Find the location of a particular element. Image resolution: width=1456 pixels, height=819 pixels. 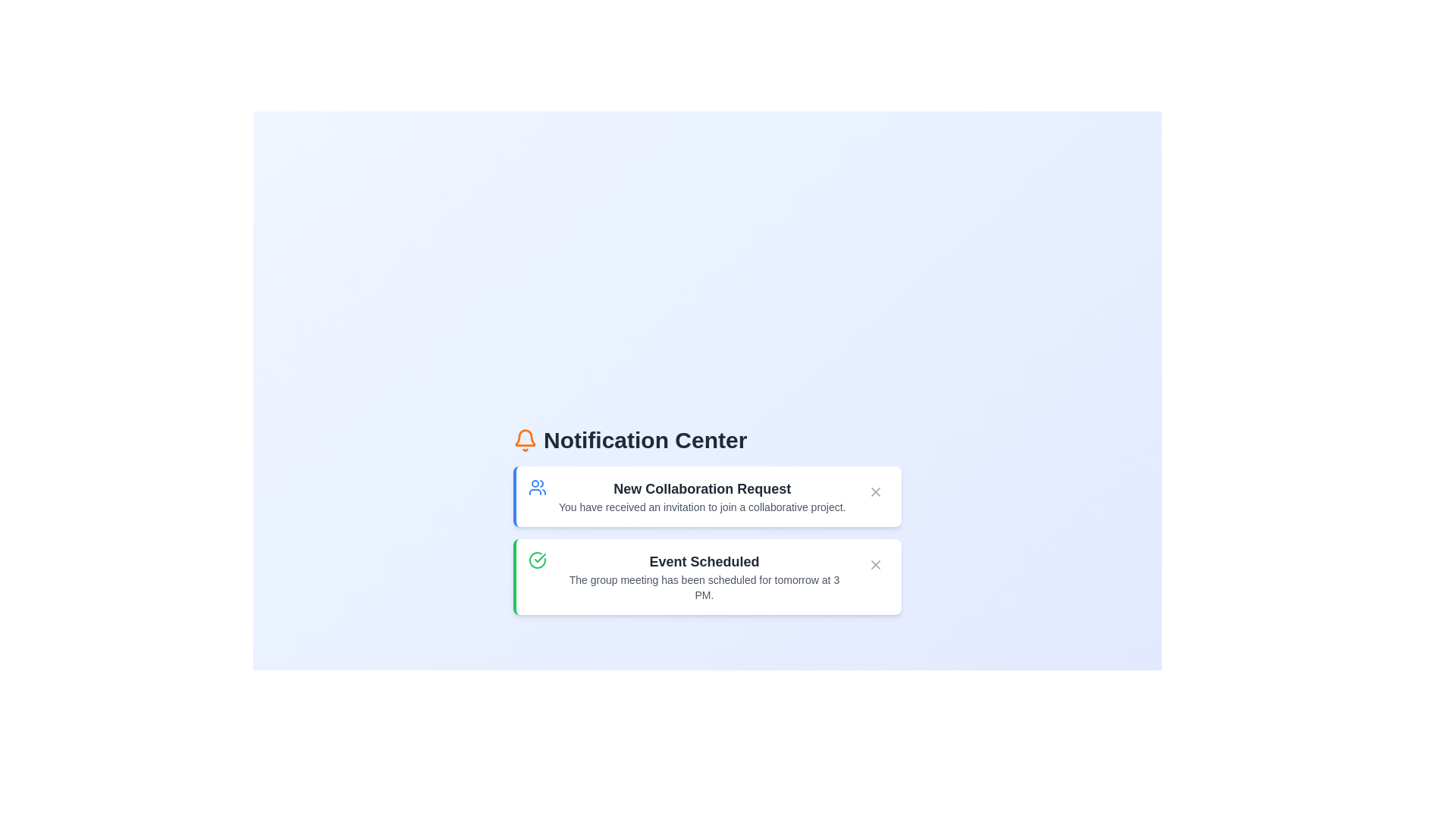

the text label that serves as the title for the notification item, located at the top-center of the notification panel is located at coordinates (701, 488).